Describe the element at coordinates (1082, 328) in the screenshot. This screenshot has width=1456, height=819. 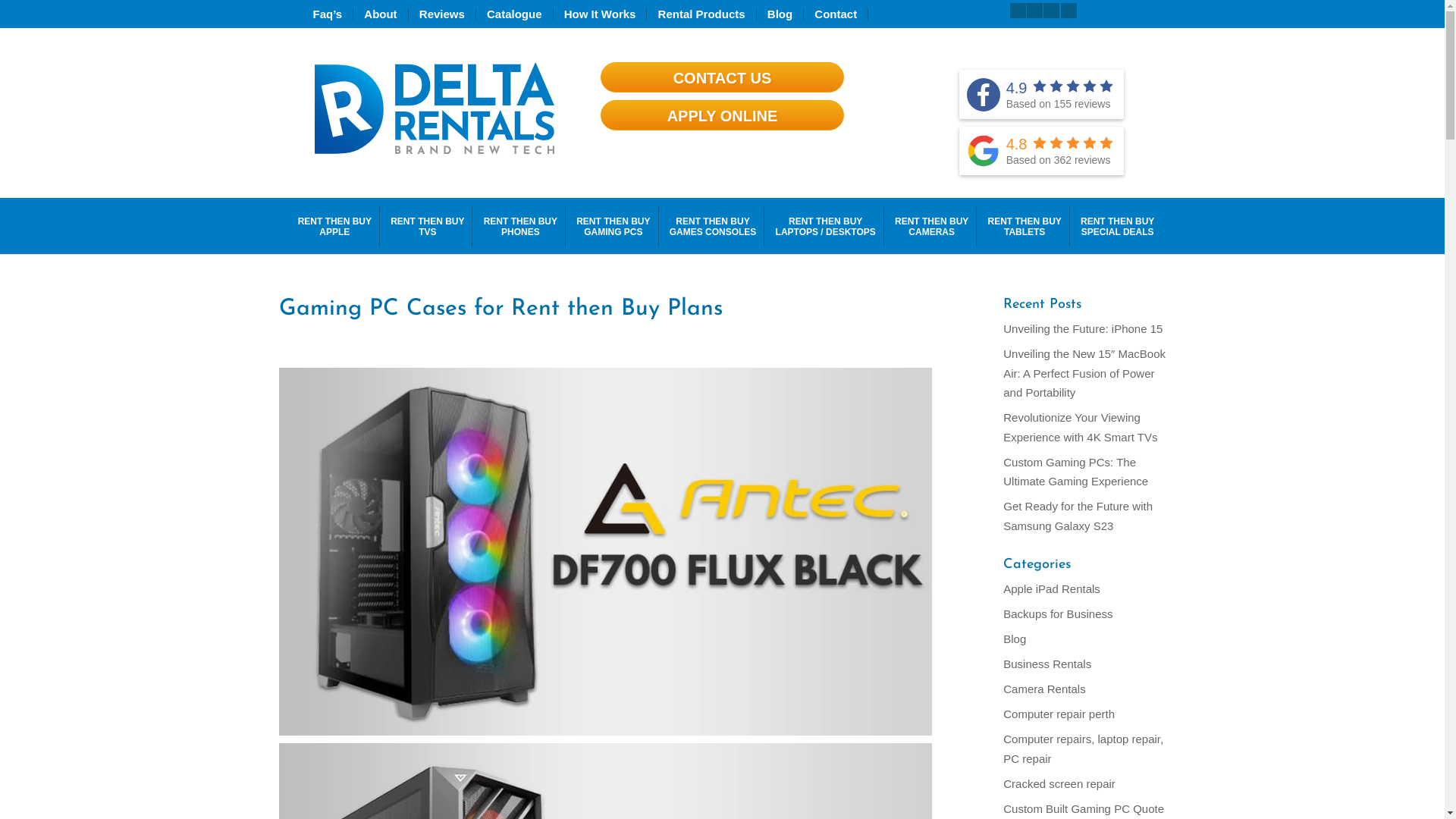
I see `'Unveiling the Future: iPhone 15'` at that location.